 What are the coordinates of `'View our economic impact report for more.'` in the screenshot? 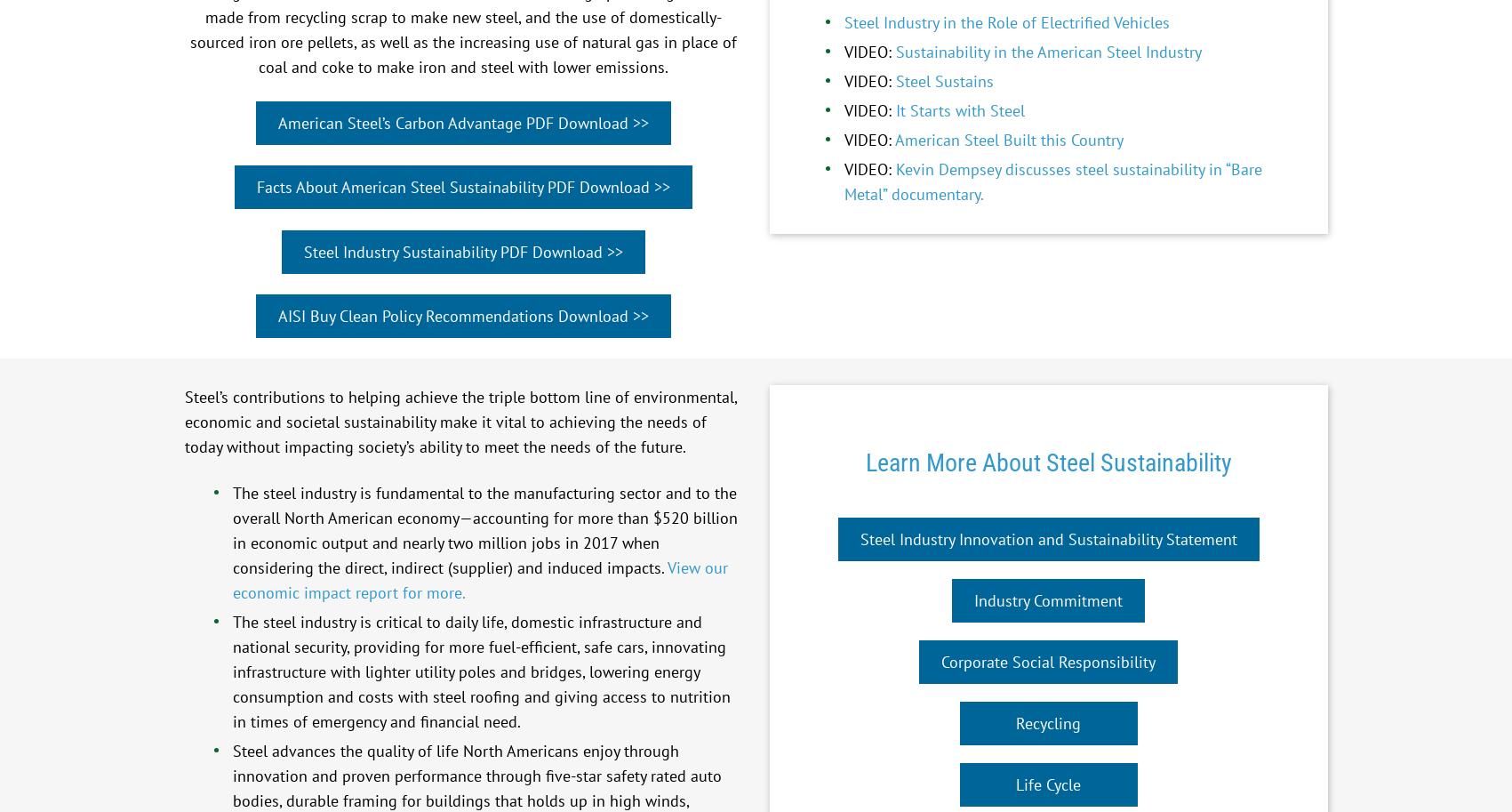 It's located at (479, 578).